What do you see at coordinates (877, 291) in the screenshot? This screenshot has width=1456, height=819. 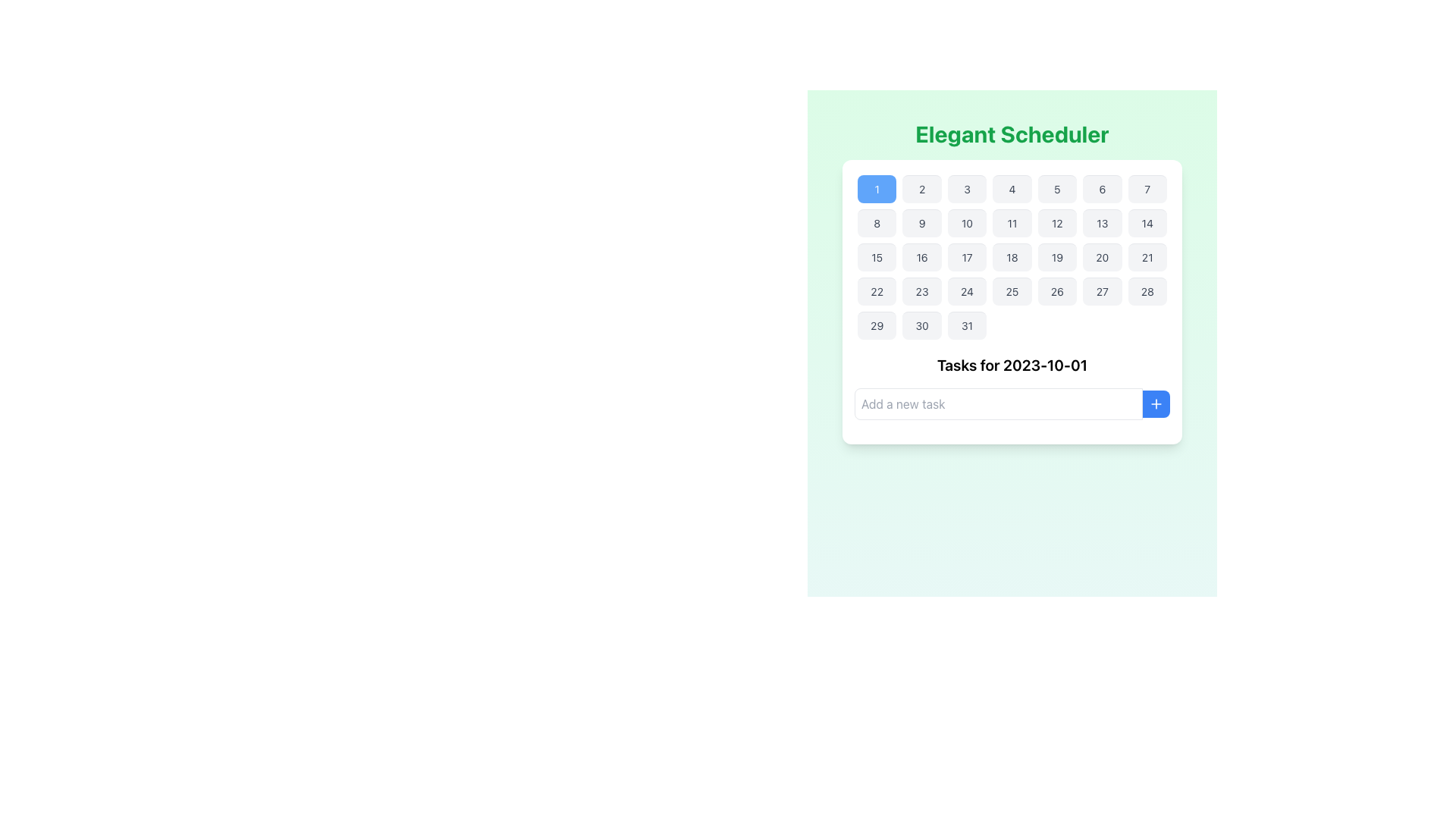 I see `the button displaying the number '22' to observe the background color change` at bounding box center [877, 291].